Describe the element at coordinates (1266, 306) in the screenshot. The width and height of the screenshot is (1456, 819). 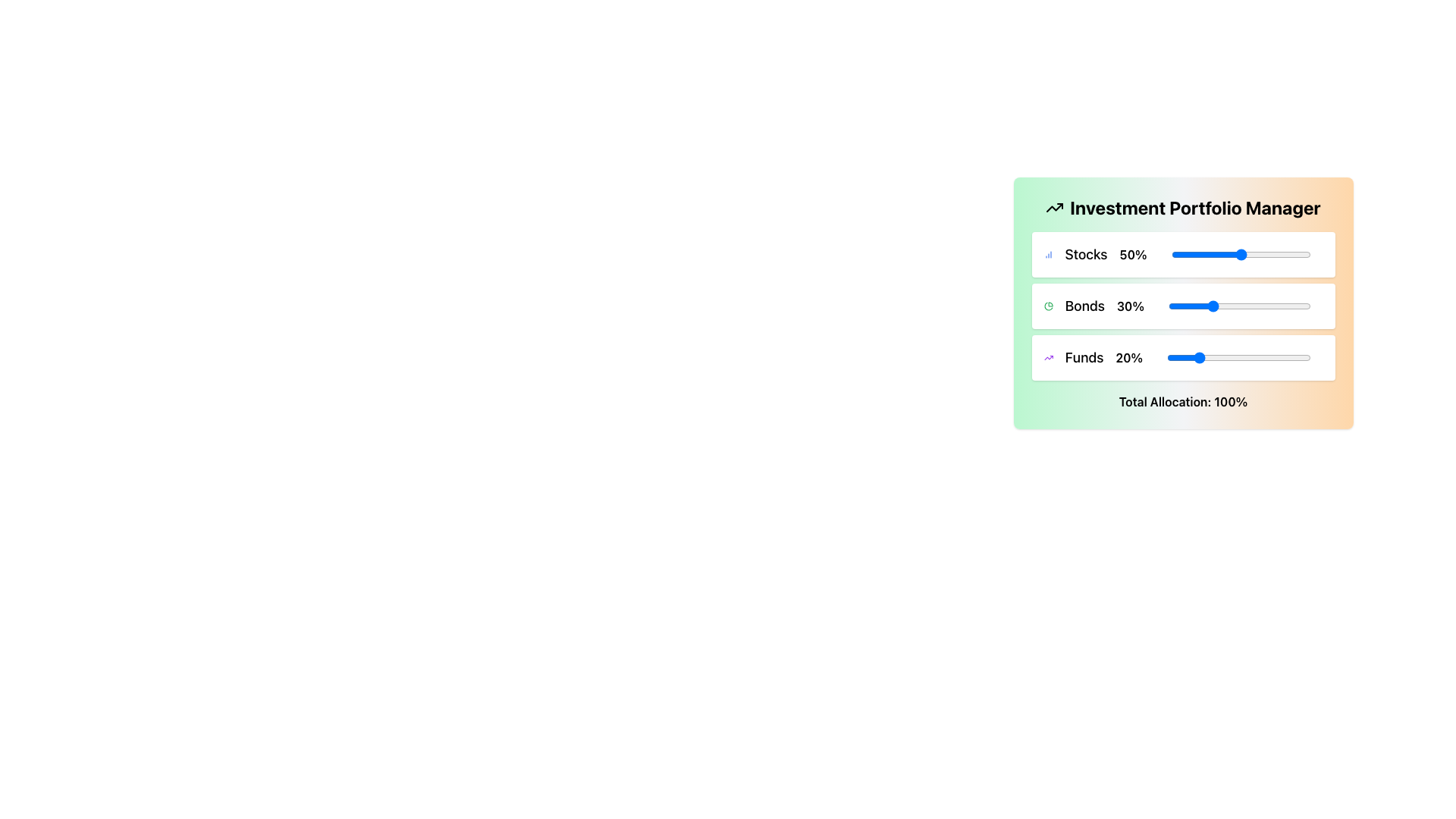
I see `the Bonds slider value` at that location.